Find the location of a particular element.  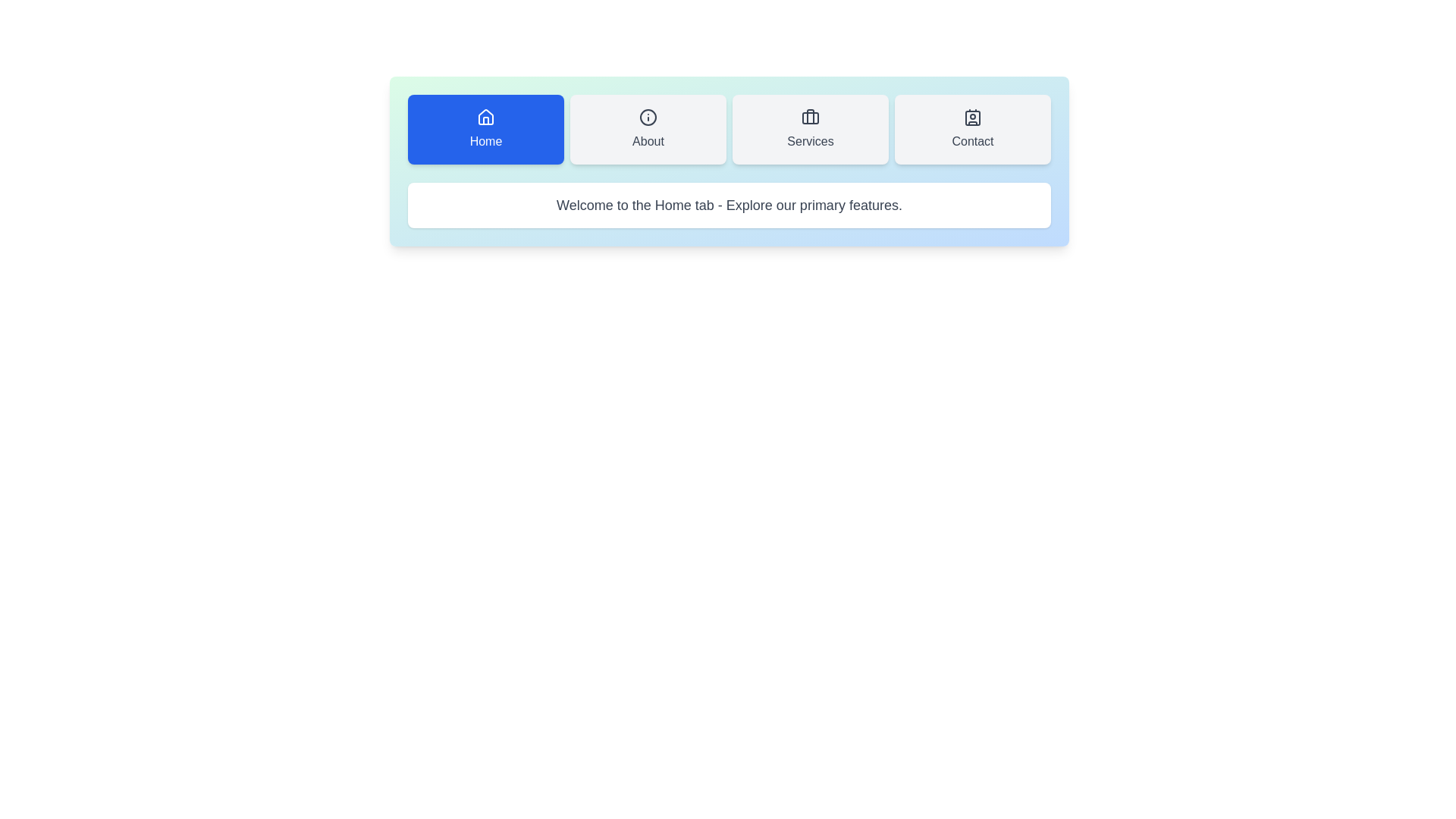

the contact icon, which is a vector graphic inside a square frame with rounded corners, located in the 'Contact' section of the horizontal menu, positioned as the fourth item from the left is located at coordinates (972, 116).